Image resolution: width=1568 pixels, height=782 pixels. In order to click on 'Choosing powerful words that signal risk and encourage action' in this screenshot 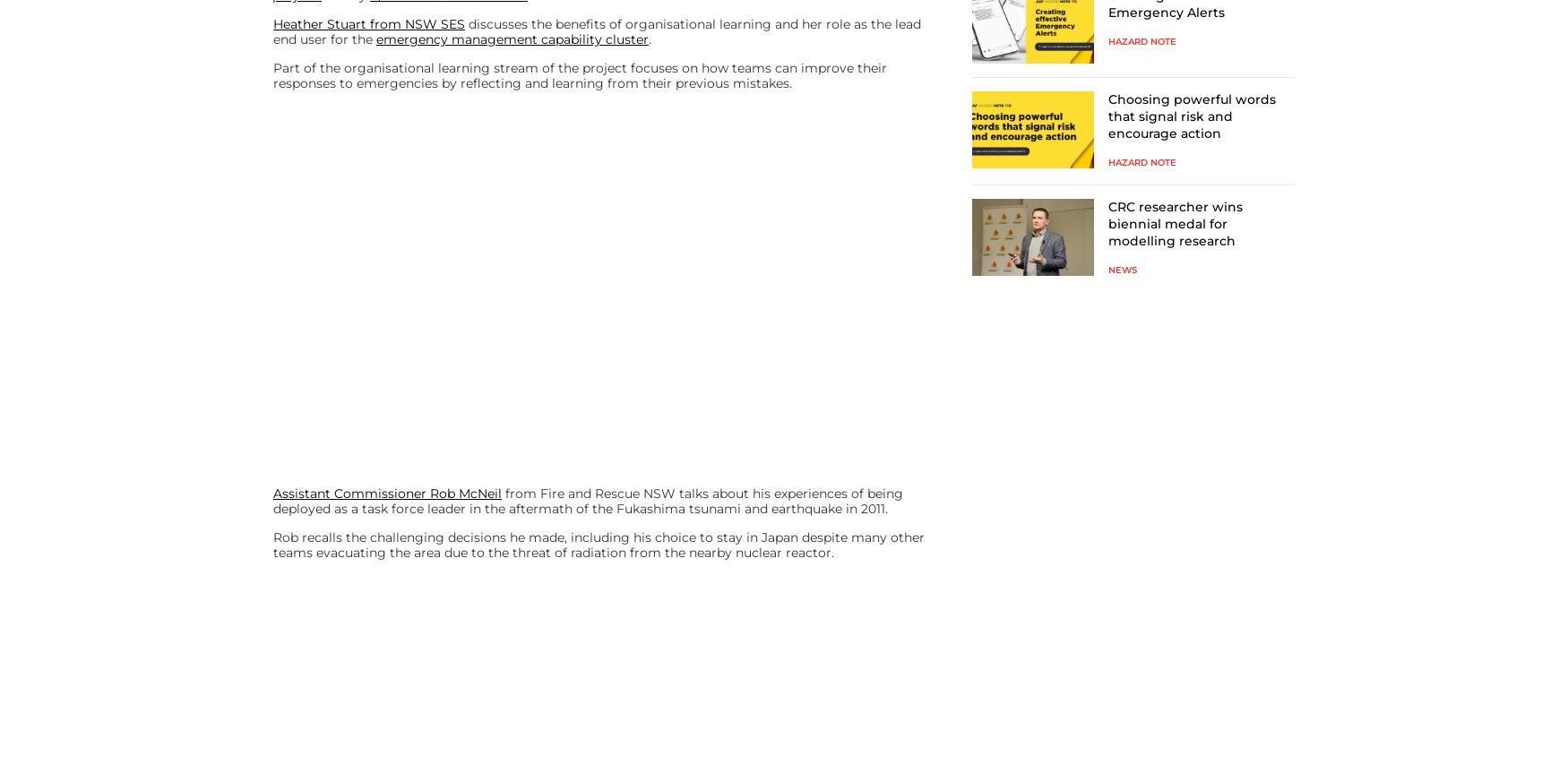, I will do `click(1192, 116)`.